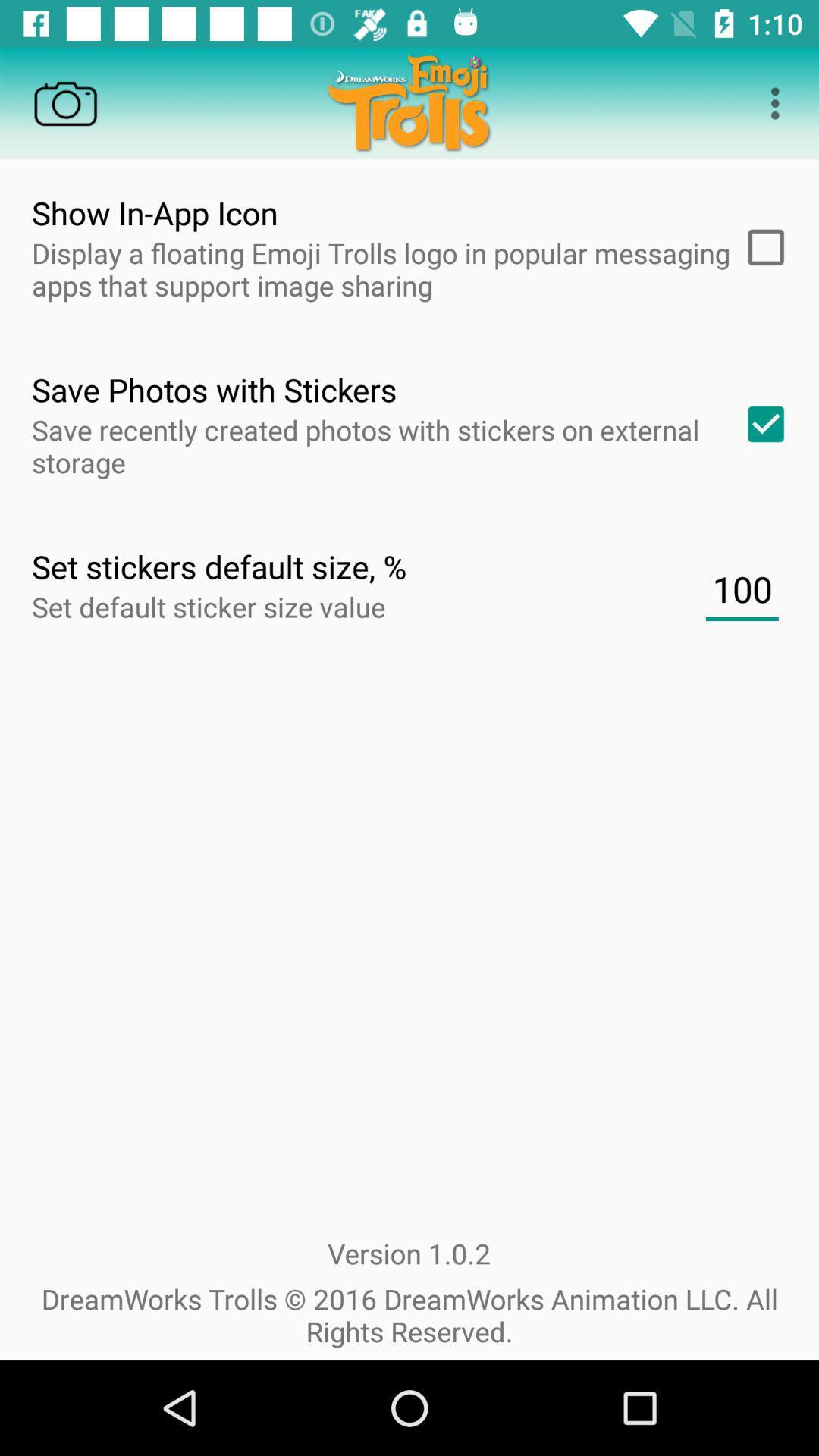 This screenshot has height=1456, width=819. Describe the element at coordinates (761, 424) in the screenshot. I see `the item next to save recently created icon` at that location.